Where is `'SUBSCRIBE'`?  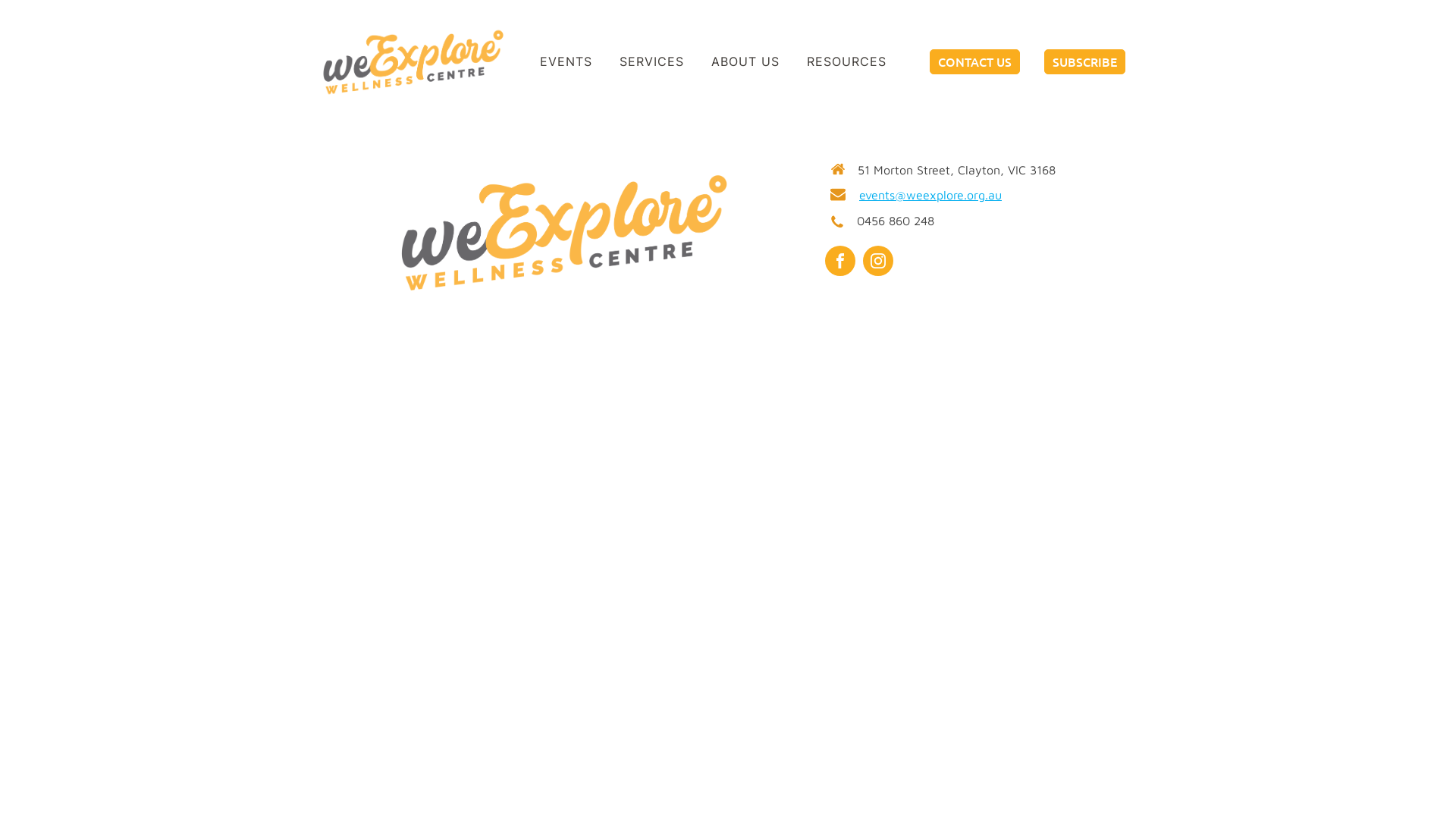
'SUBSCRIBE' is located at coordinates (1084, 61).